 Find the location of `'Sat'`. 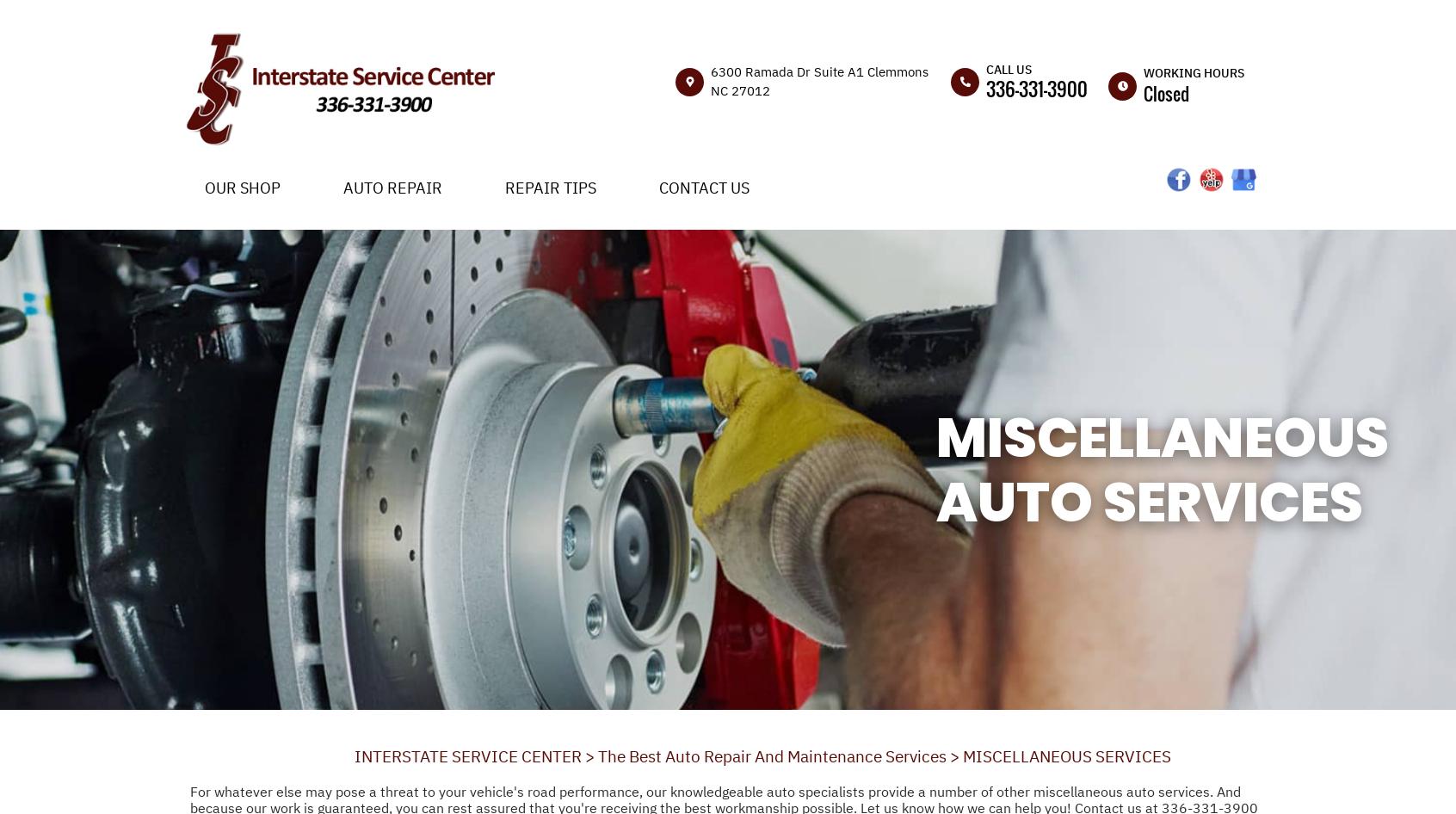

'Sat' is located at coordinates (1129, 362).